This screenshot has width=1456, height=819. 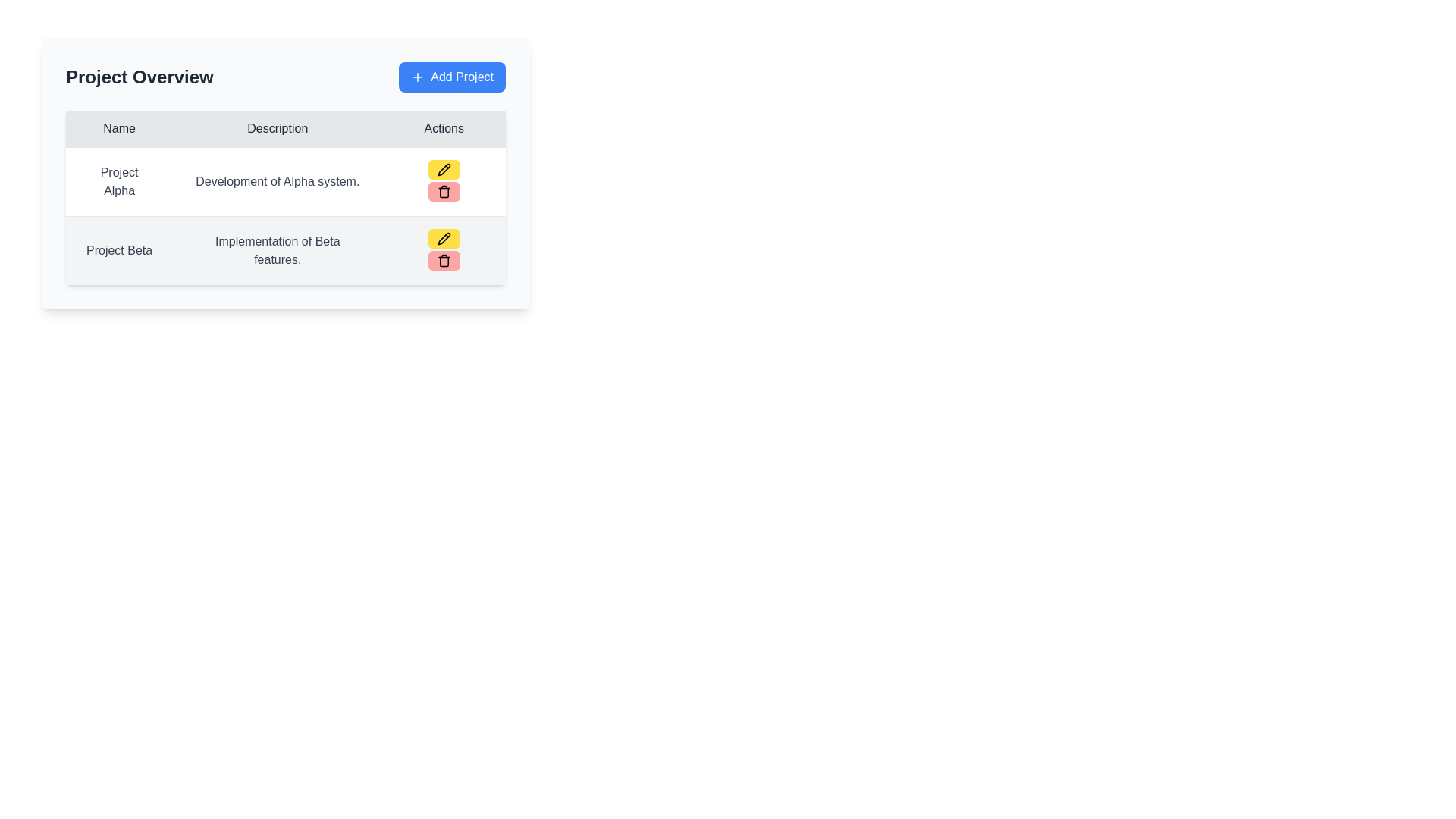 What do you see at coordinates (286, 180) in the screenshot?
I see `the first row of the project table displaying 'Project Alpha' and 'Development of Alpha system.'` at bounding box center [286, 180].